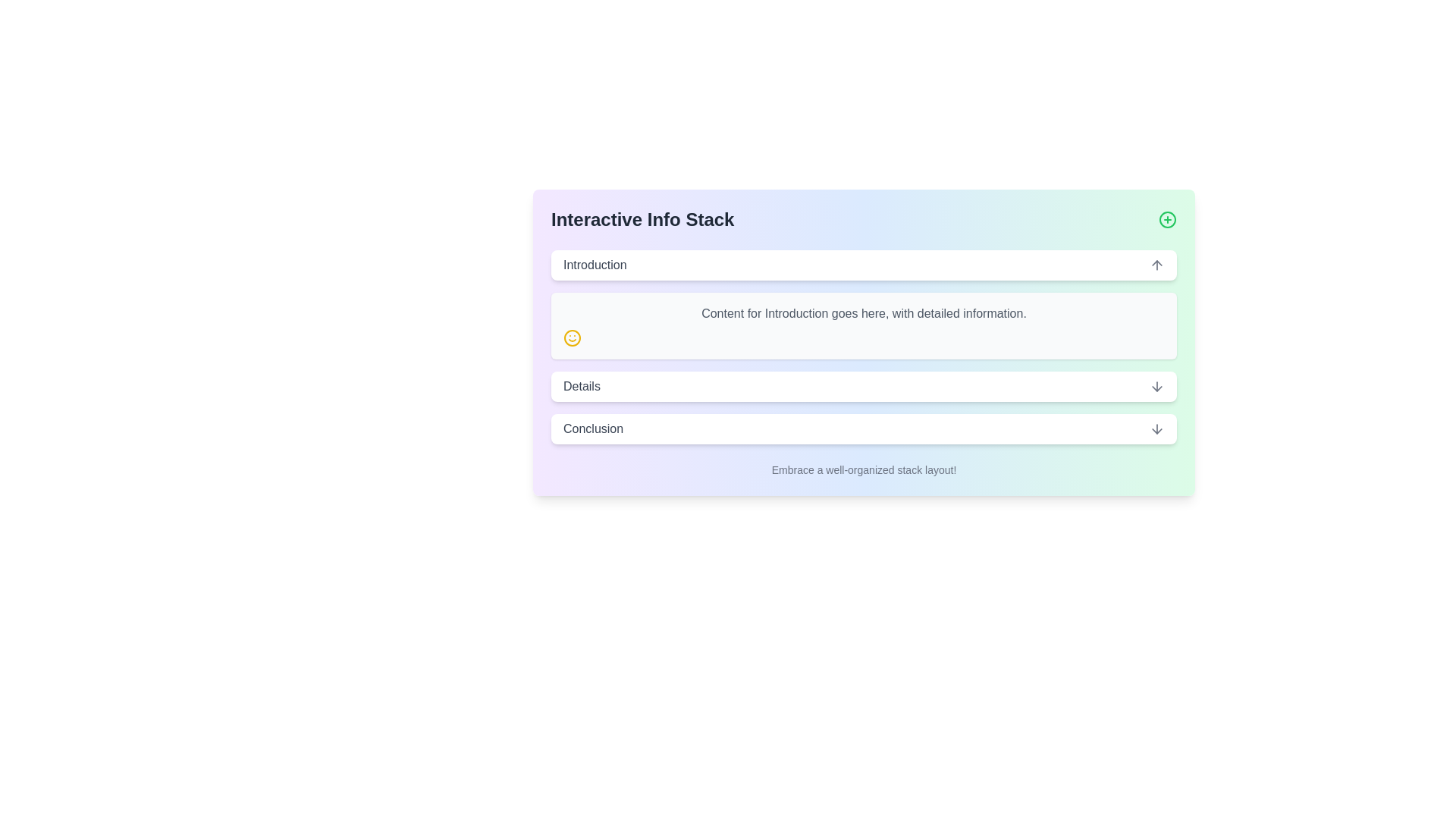 The image size is (1456, 819). I want to click on textual content within the informational content block that states 'Content for Introduction goes here, with detailed information.', so click(864, 342).